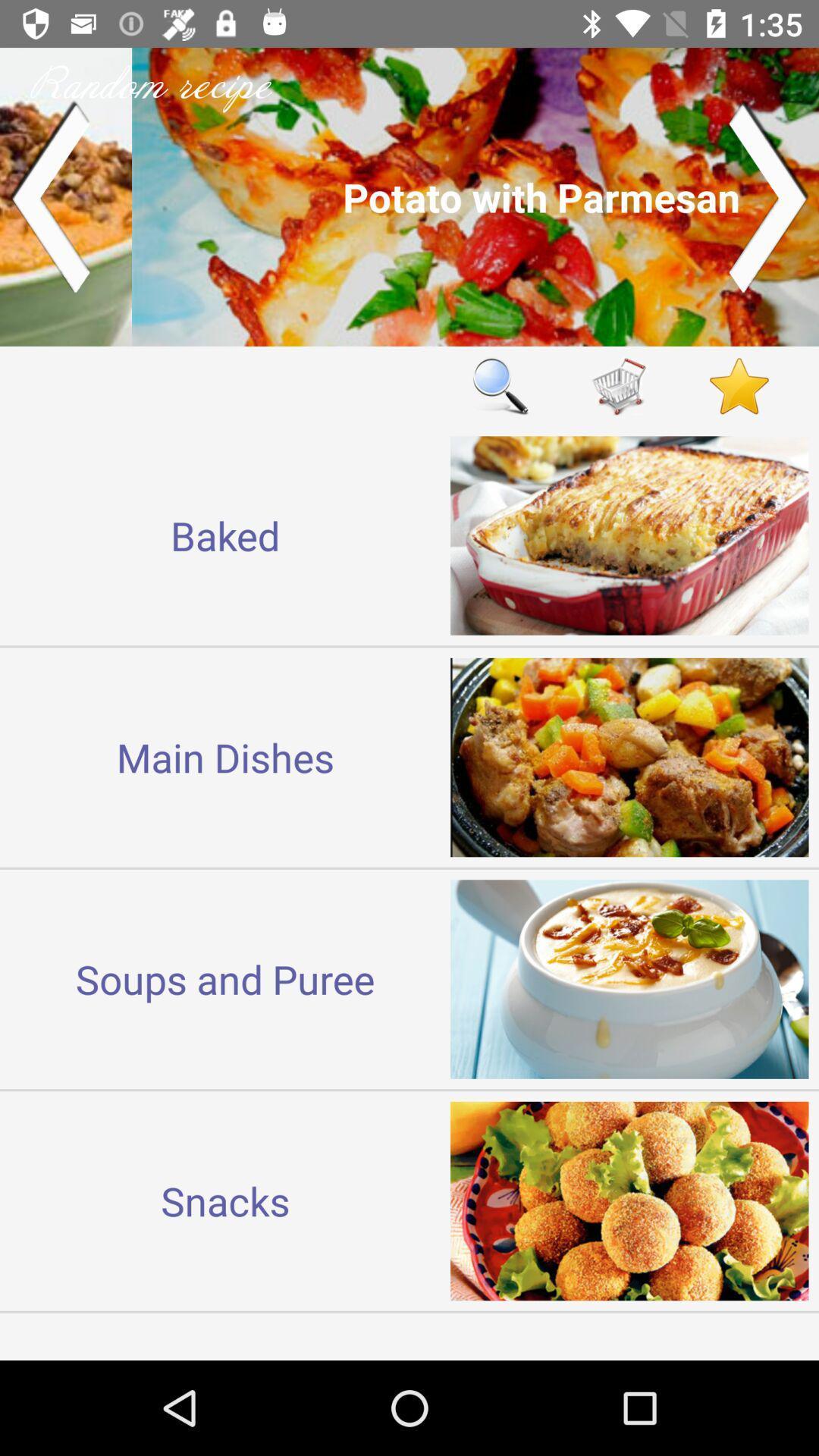 Image resolution: width=819 pixels, height=1456 pixels. What do you see at coordinates (739, 386) in the screenshot?
I see `show favorites` at bounding box center [739, 386].